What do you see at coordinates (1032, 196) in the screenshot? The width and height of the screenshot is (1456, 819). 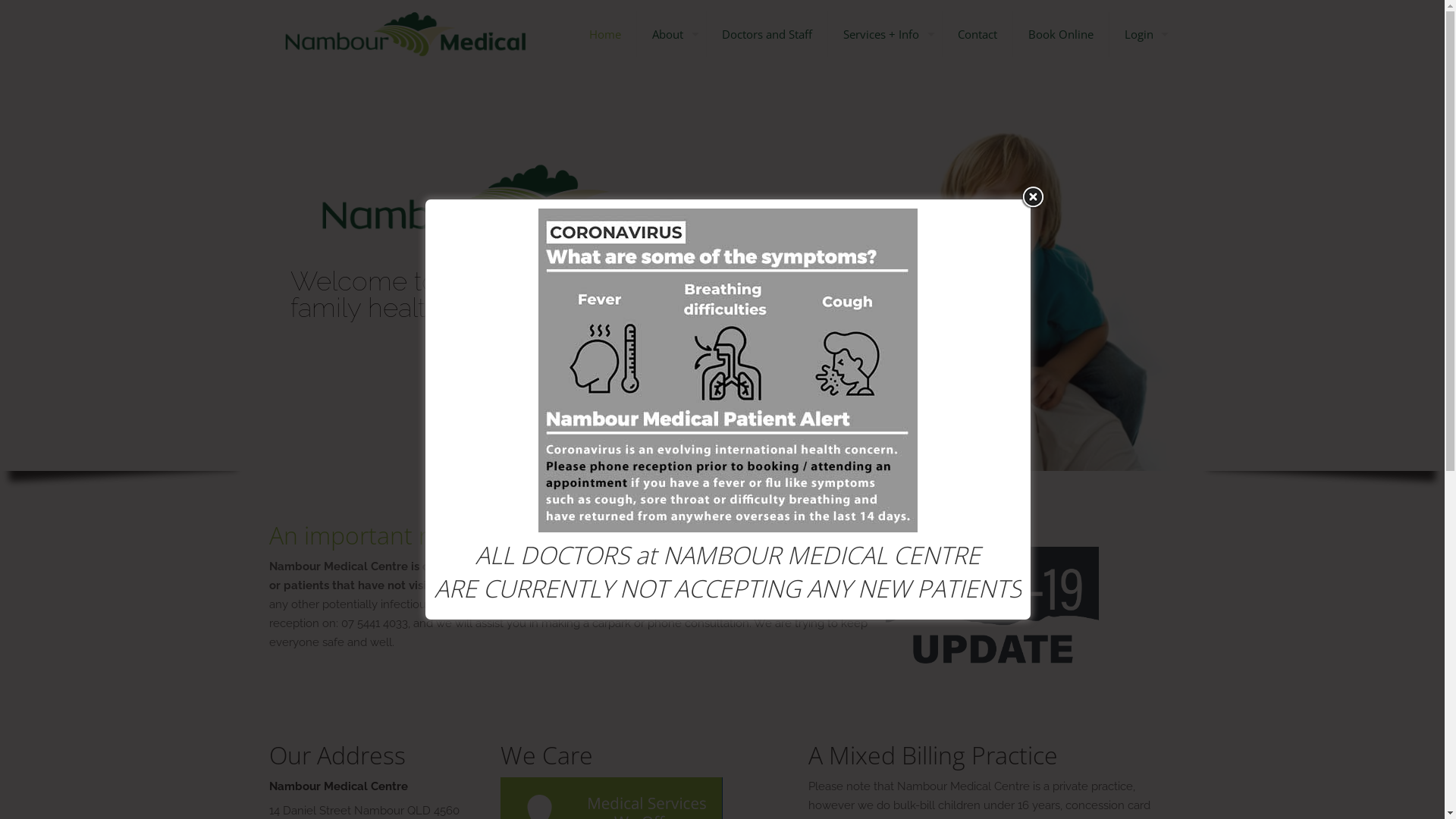 I see `'Close'` at bounding box center [1032, 196].